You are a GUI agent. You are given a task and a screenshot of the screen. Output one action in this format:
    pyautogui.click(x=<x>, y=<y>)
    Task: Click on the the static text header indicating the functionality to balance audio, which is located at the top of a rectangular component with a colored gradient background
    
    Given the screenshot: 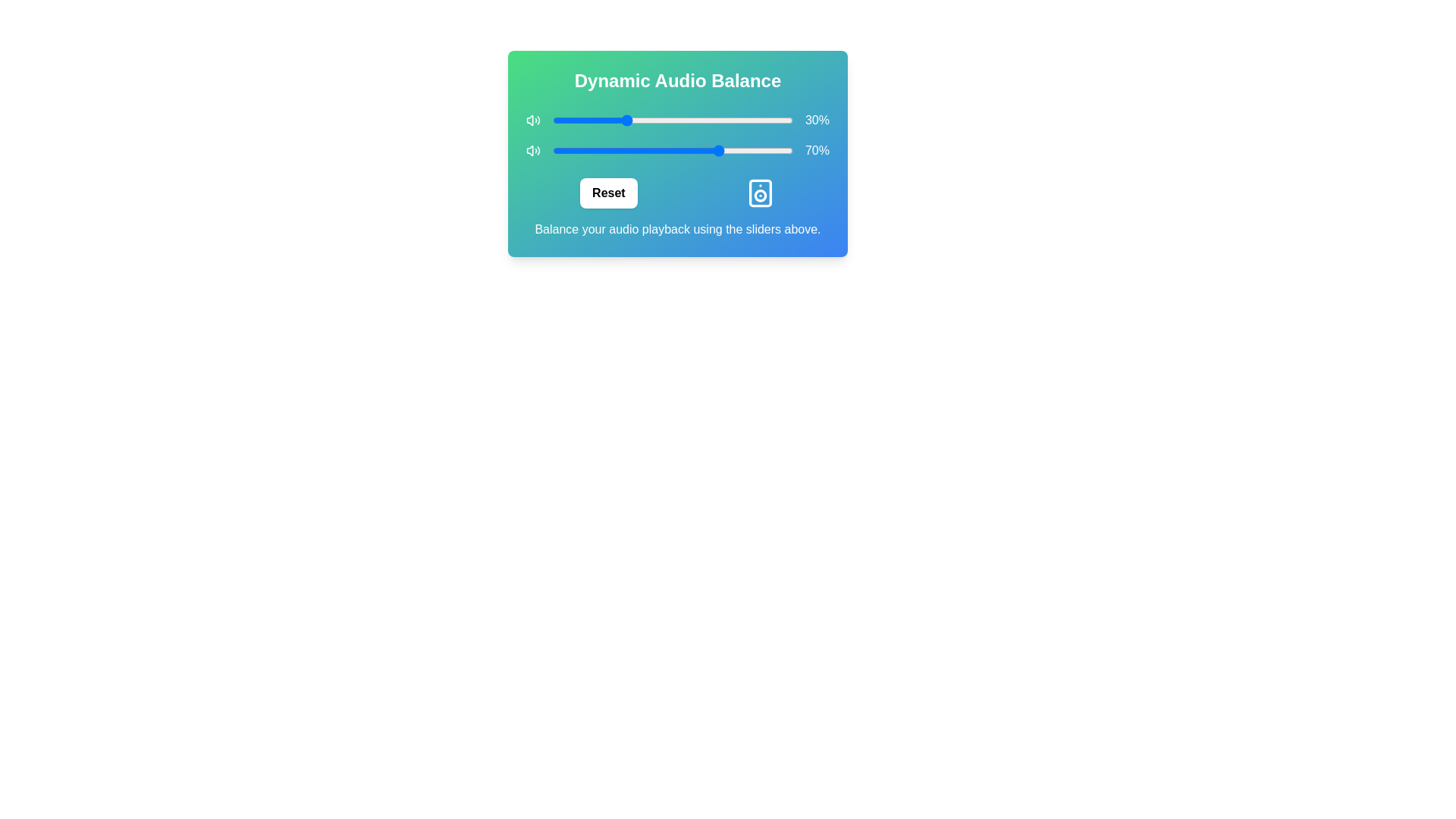 What is the action you would take?
    pyautogui.click(x=676, y=81)
    